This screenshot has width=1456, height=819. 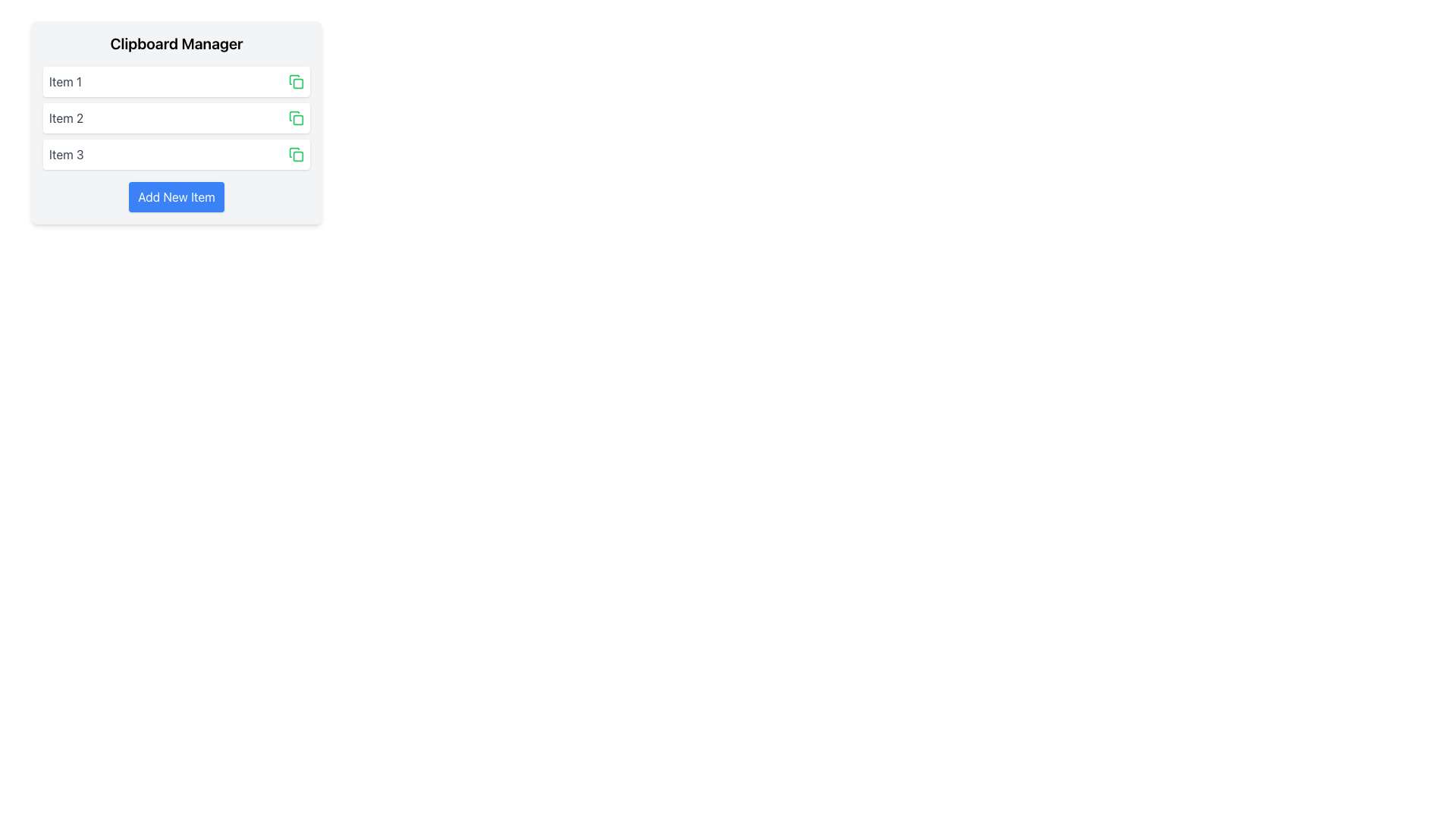 What do you see at coordinates (294, 80) in the screenshot?
I see `the small outlined document icon located to the right of 'Item 1' in the first row of the vertically stacked list` at bounding box center [294, 80].